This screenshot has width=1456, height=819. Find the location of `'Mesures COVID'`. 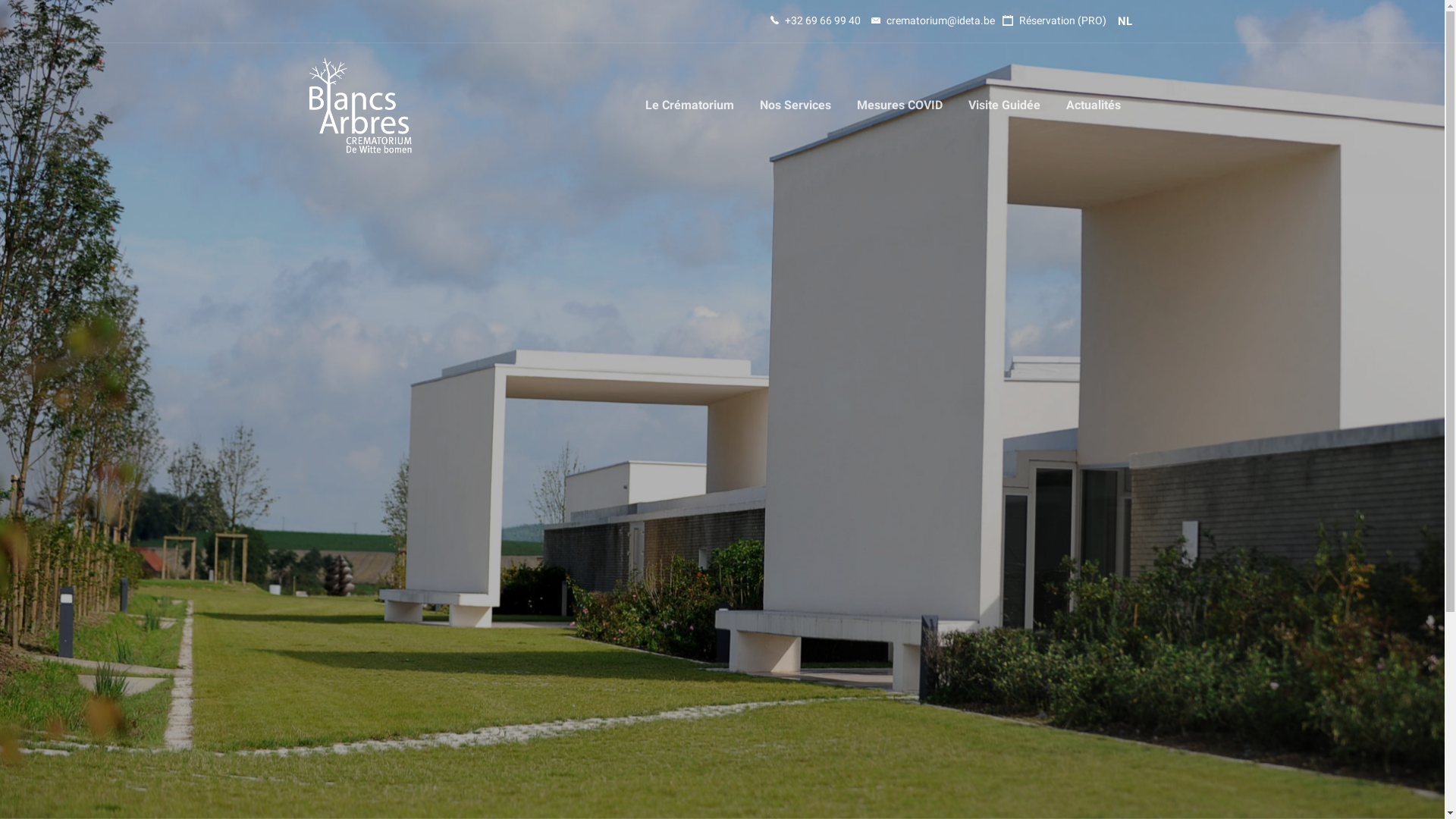

'Mesures COVID' is located at coordinates (843, 104).